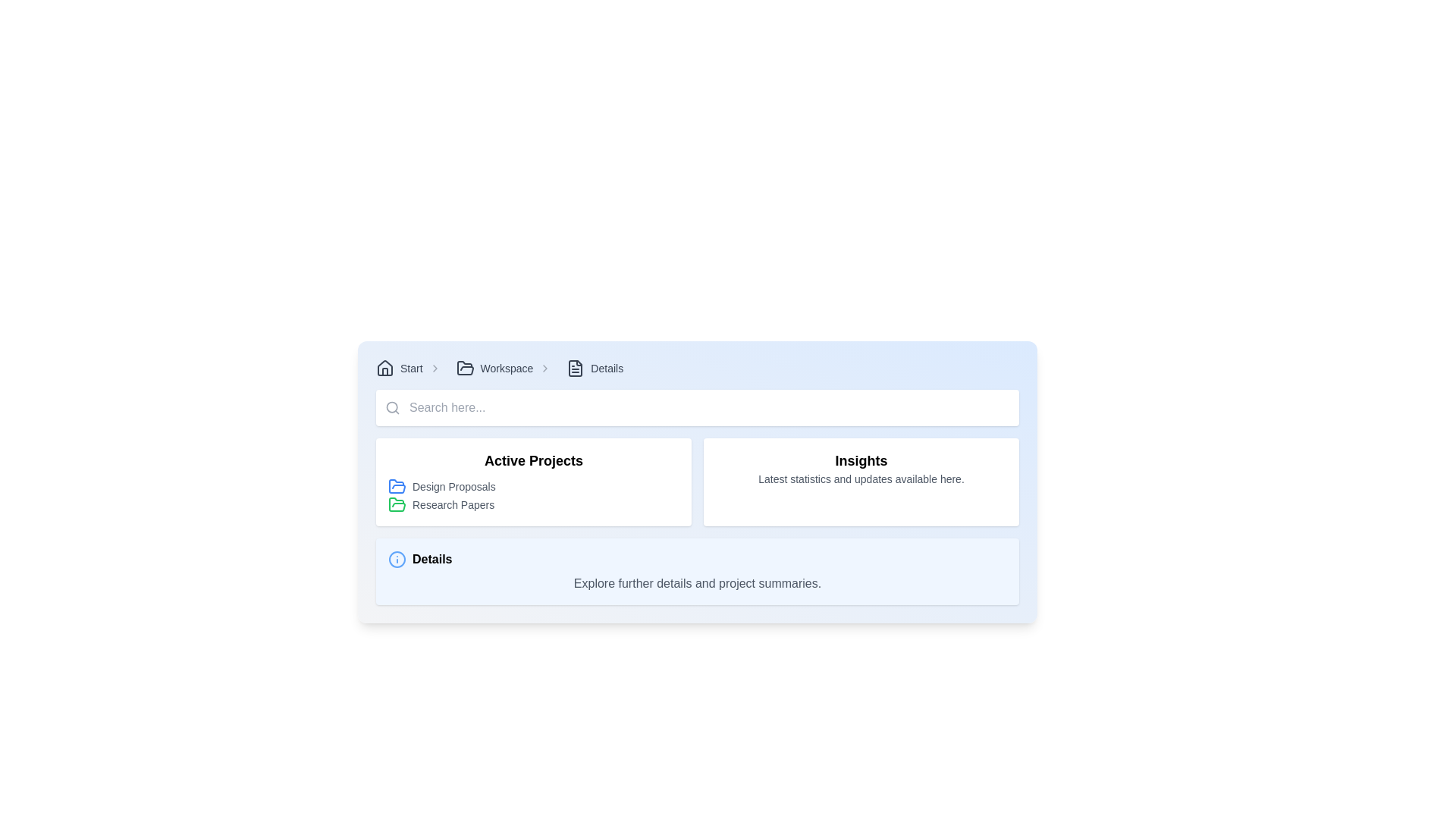  What do you see at coordinates (431, 559) in the screenshot?
I see `'Details' text label, which is bold and semibold, located in the lower left section of the interface beneath 'Active Projects' and 'Insights'` at bounding box center [431, 559].